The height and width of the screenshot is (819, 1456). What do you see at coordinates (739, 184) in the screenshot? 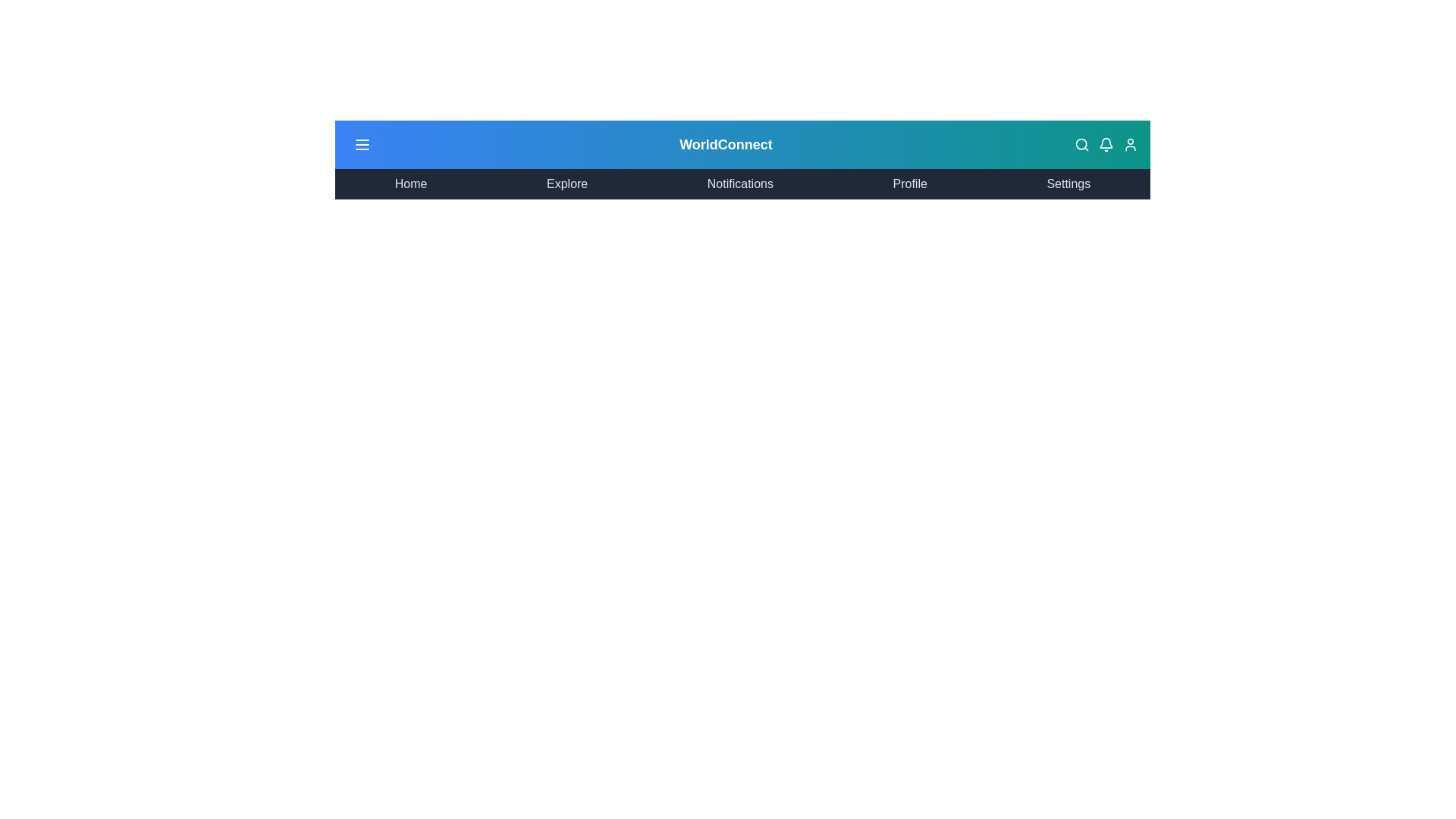
I see `the menu item corresponding to Notifications` at bounding box center [739, 184].